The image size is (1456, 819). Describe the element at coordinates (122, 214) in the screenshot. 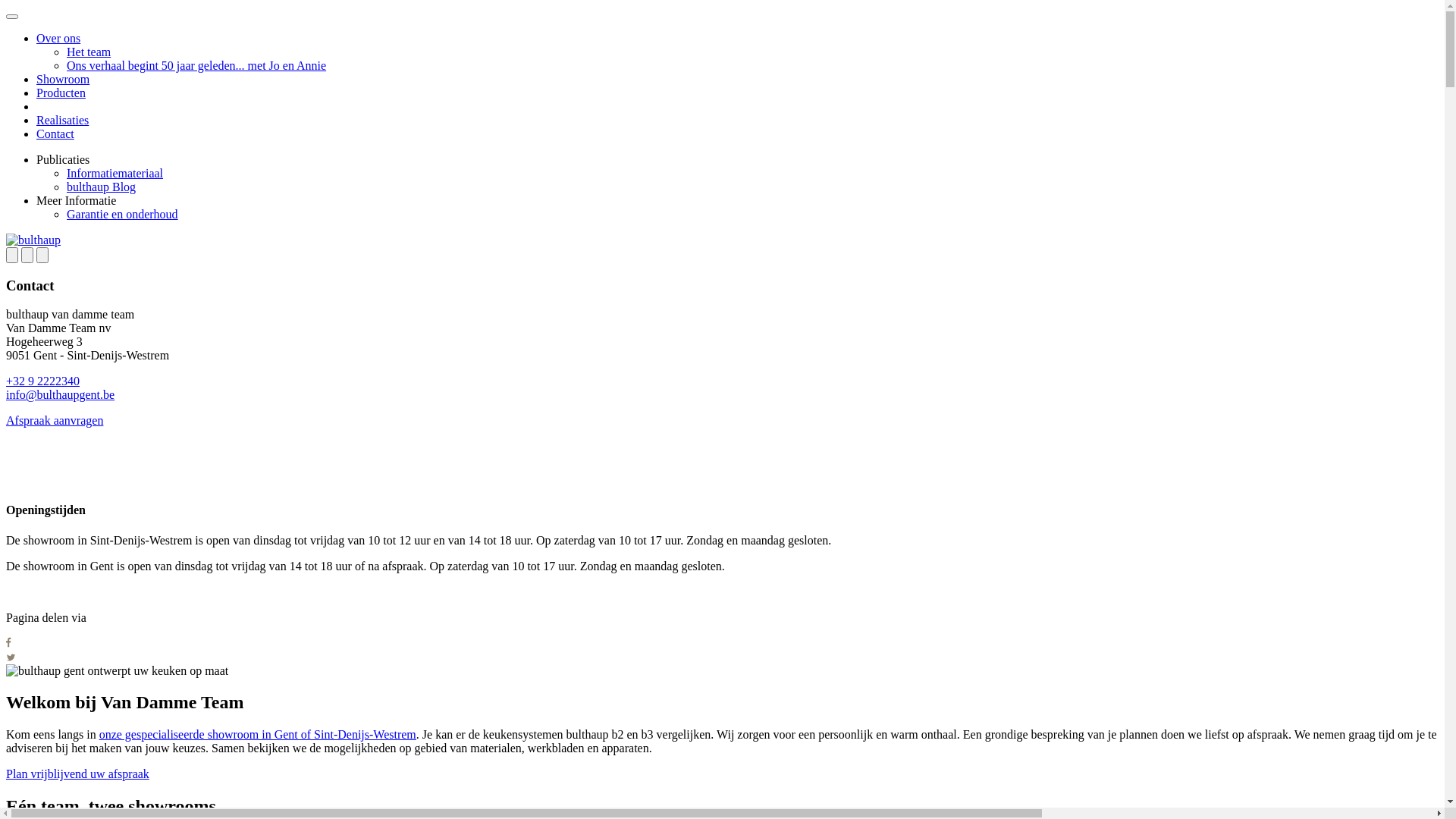

I see `'Garantie en onderhoud'` at that location.